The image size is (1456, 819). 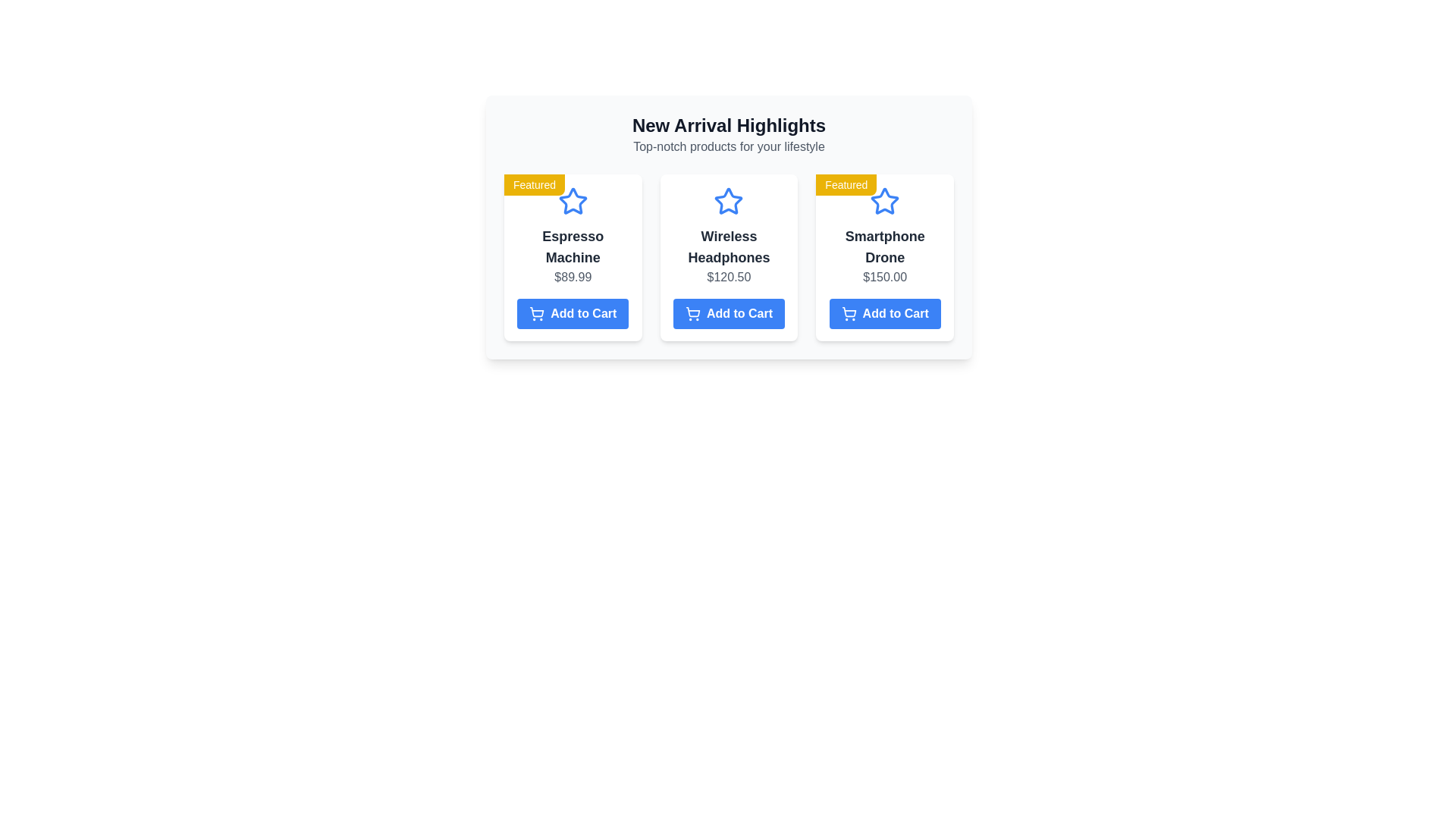 What do you see at coordinates (692, 312) in the screenshot?
I see `the shopping cart icon with a blue background located within the second 'Add to Cart' button` at bounding box center [692, 312].